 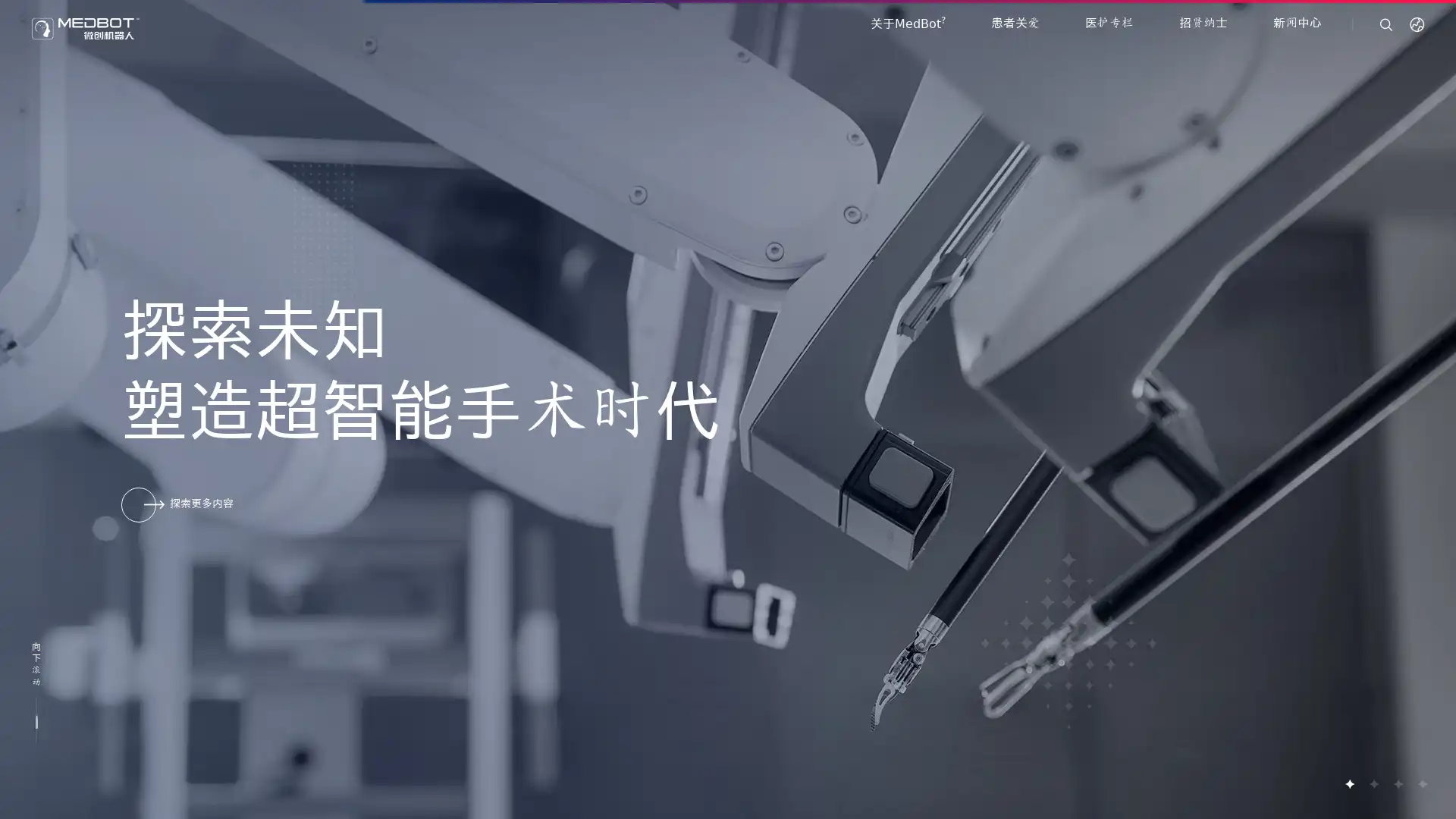 I want to click on Go to slide 2, so click(x=1373, y=783).